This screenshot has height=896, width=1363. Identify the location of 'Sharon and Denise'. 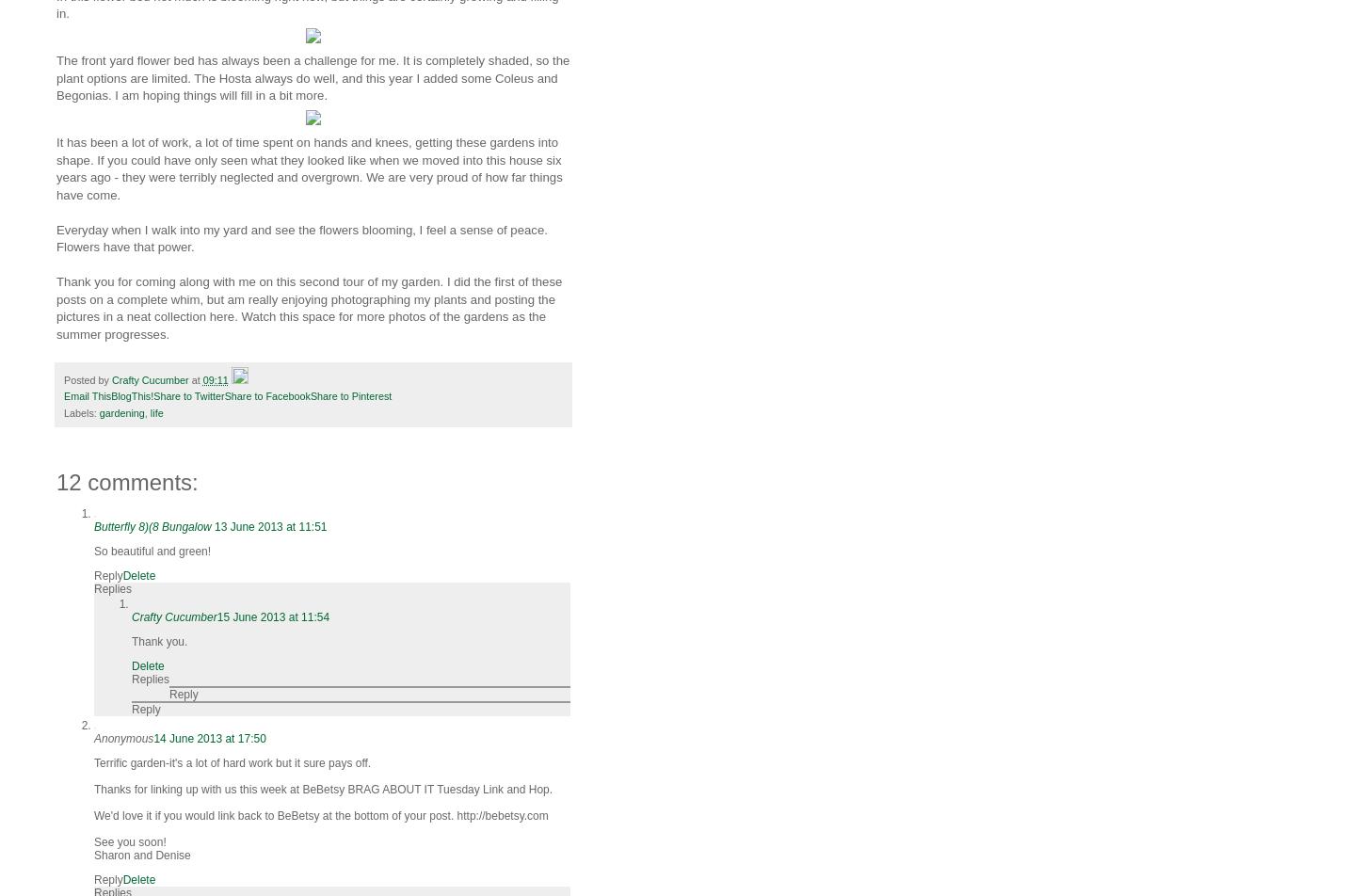
(93, 855).